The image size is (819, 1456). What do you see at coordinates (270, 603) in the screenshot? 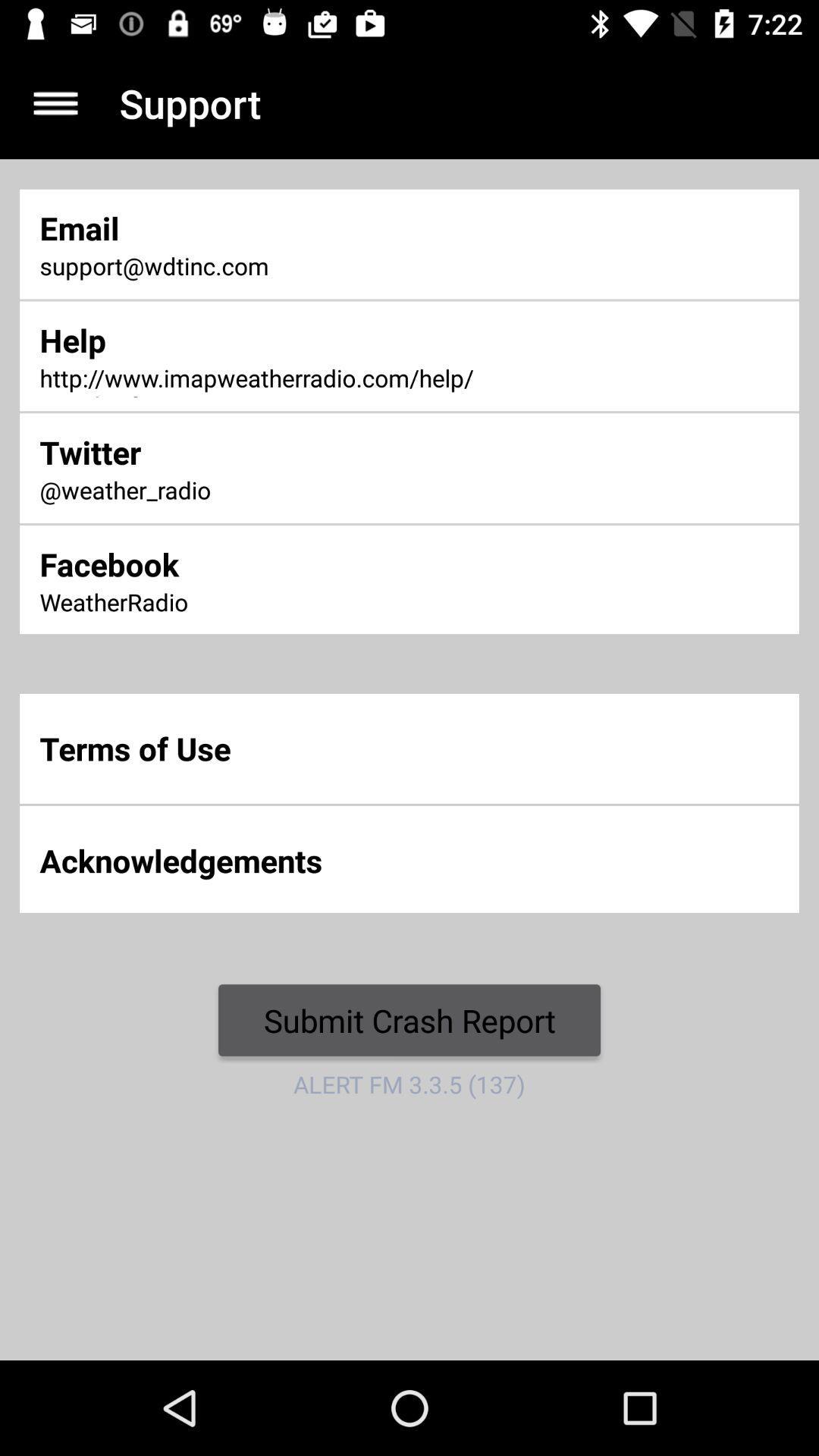
I see `item above the terms of use item` at bounding box center [270, 603].